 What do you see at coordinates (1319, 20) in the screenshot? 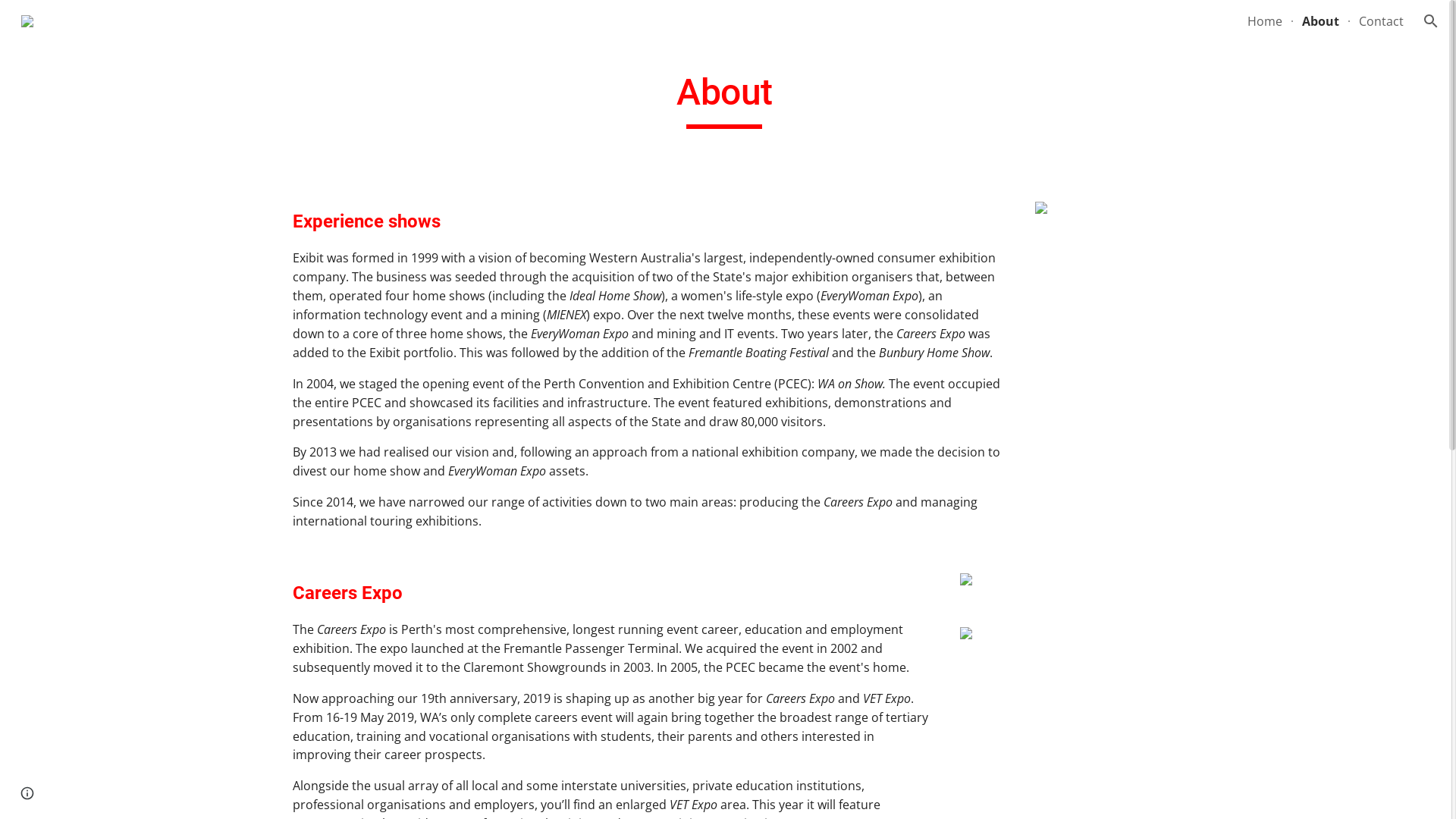
I see `'About'` at bounding box center [1319, 20].